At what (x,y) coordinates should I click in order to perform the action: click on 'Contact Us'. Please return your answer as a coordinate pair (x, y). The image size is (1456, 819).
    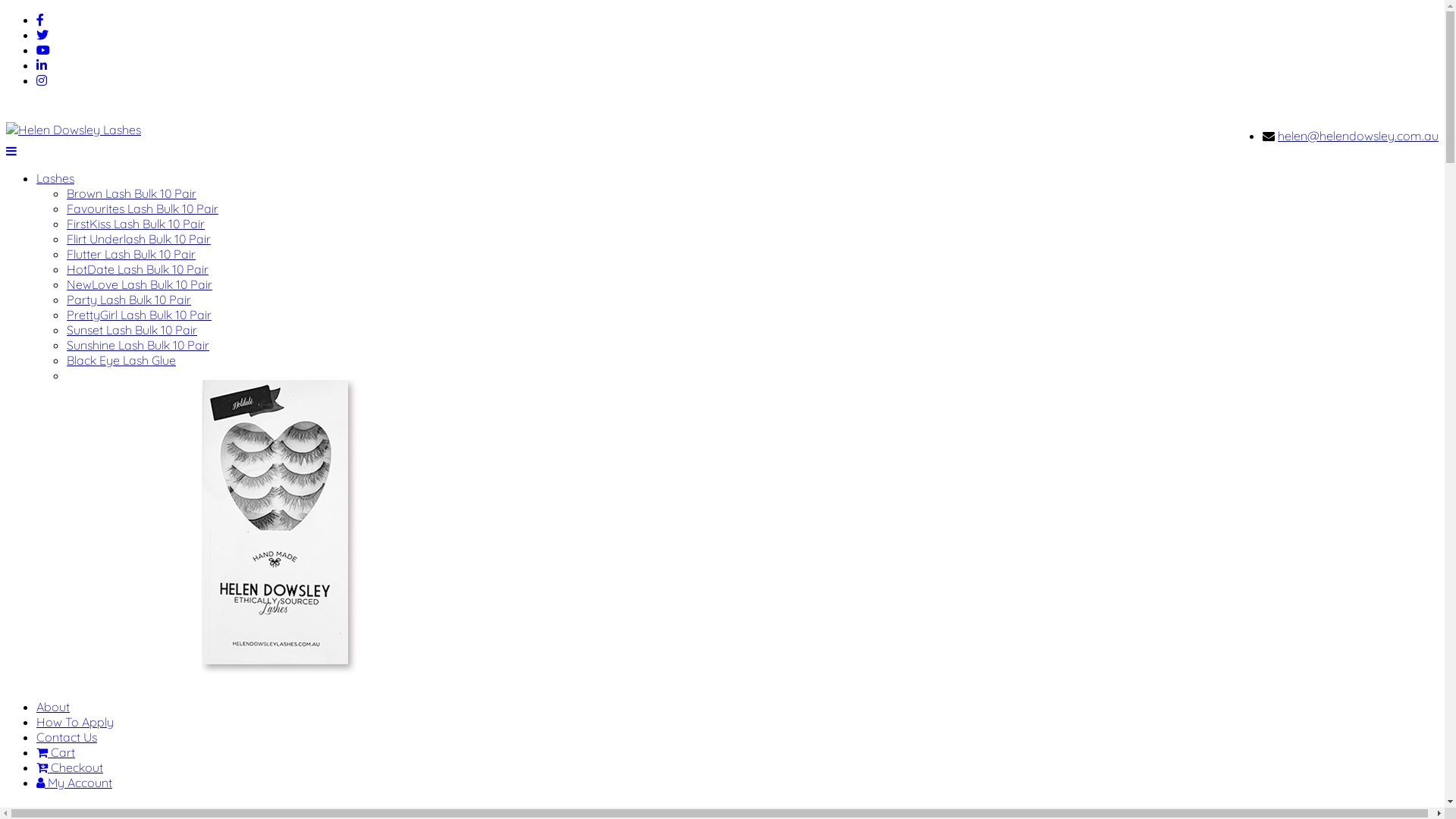
    Looking at the image, I should click on (36, 736).